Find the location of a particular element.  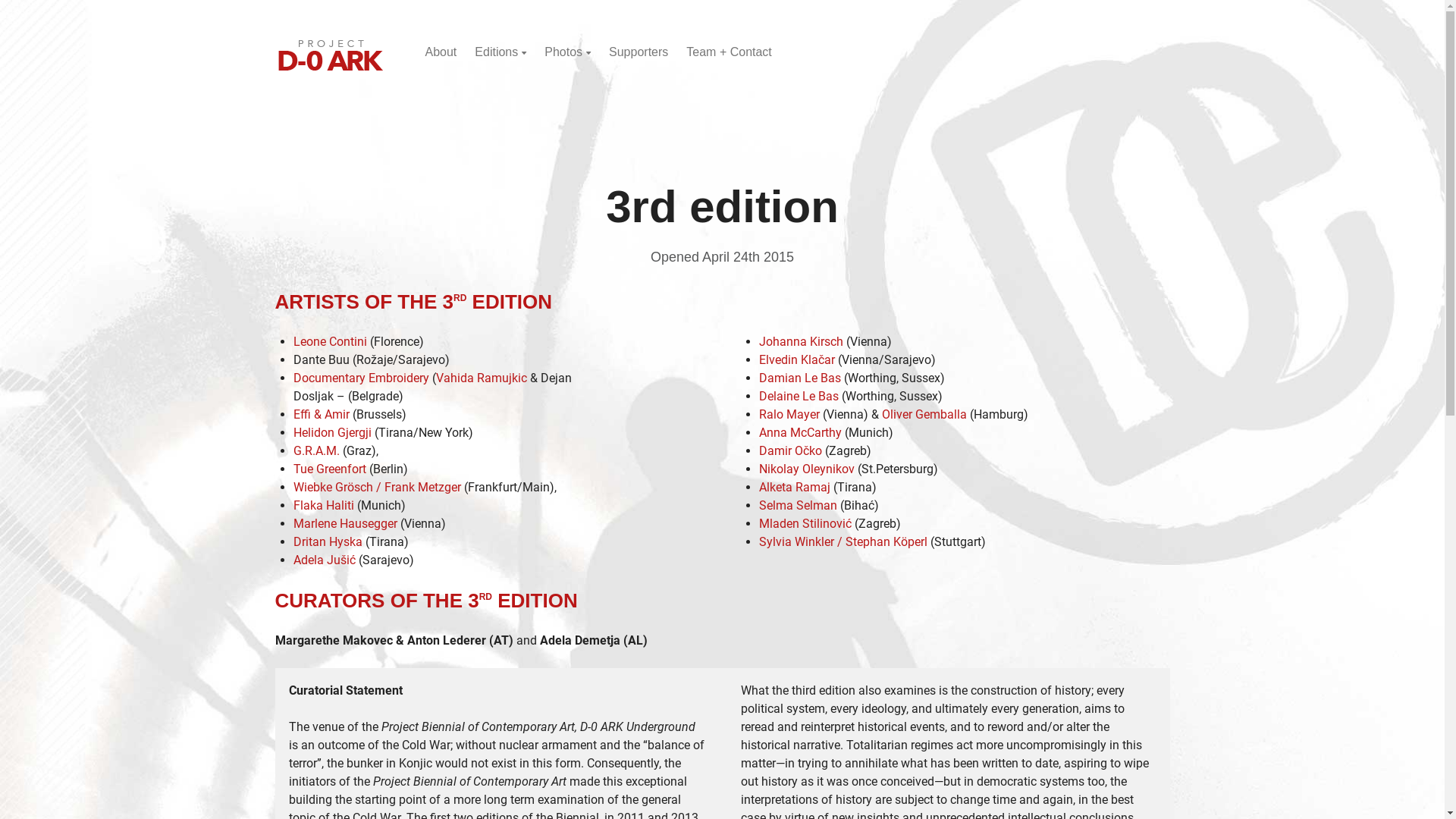

'Supporters' is located at coordinates (608, 51).